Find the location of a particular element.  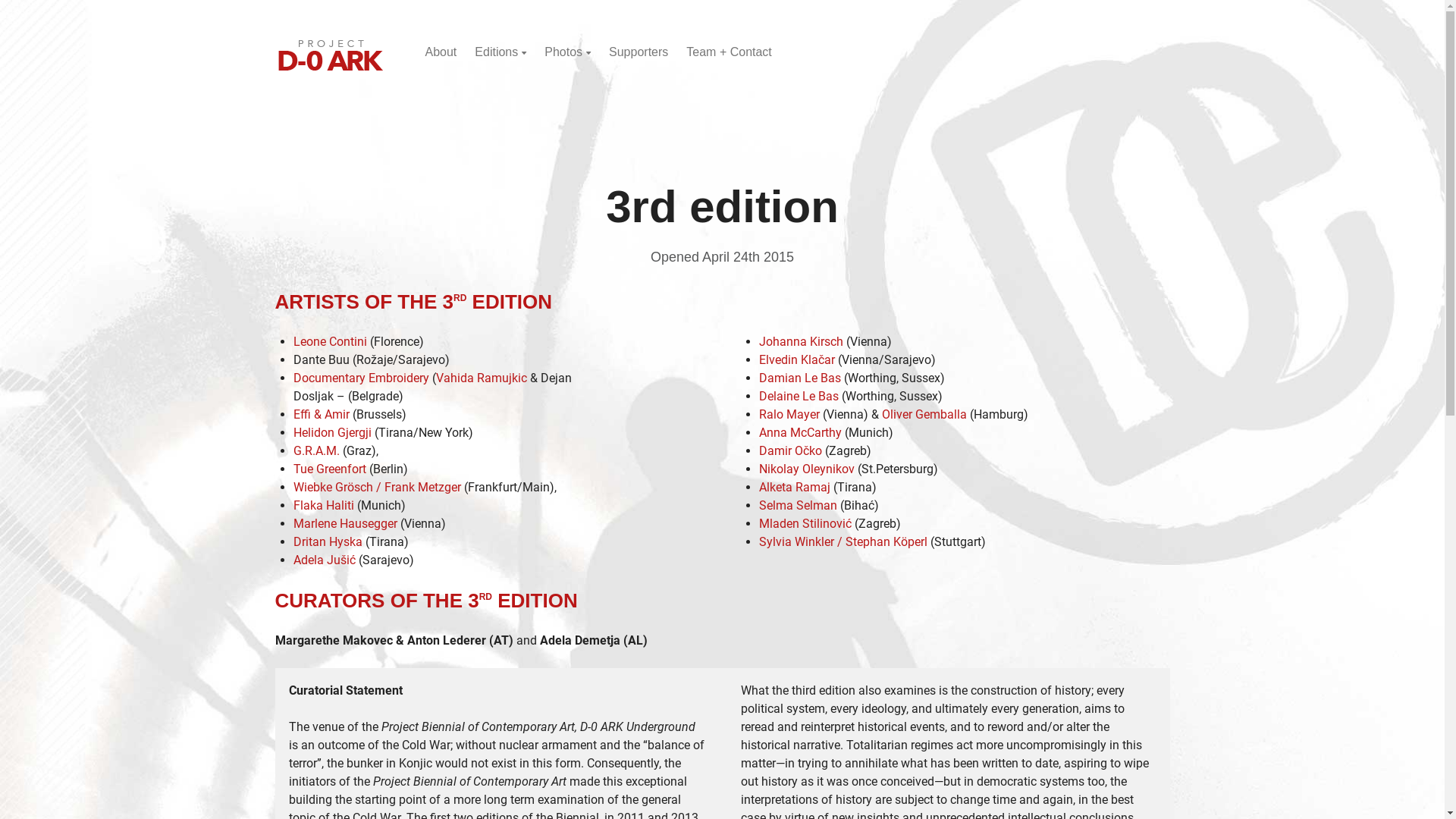

'Supporters' is located at coordinates (608, 51).